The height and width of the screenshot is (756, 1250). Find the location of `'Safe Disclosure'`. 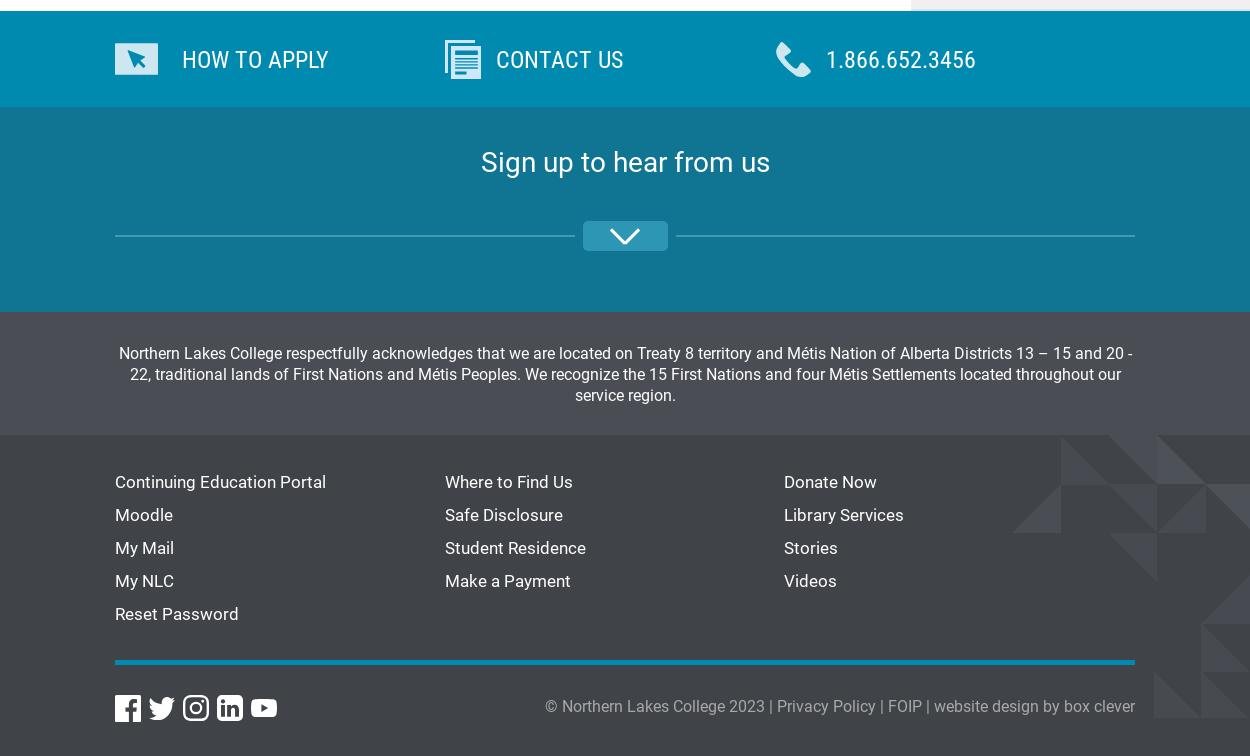

'Safe Disclosure' is located at coordinates (504, 513).